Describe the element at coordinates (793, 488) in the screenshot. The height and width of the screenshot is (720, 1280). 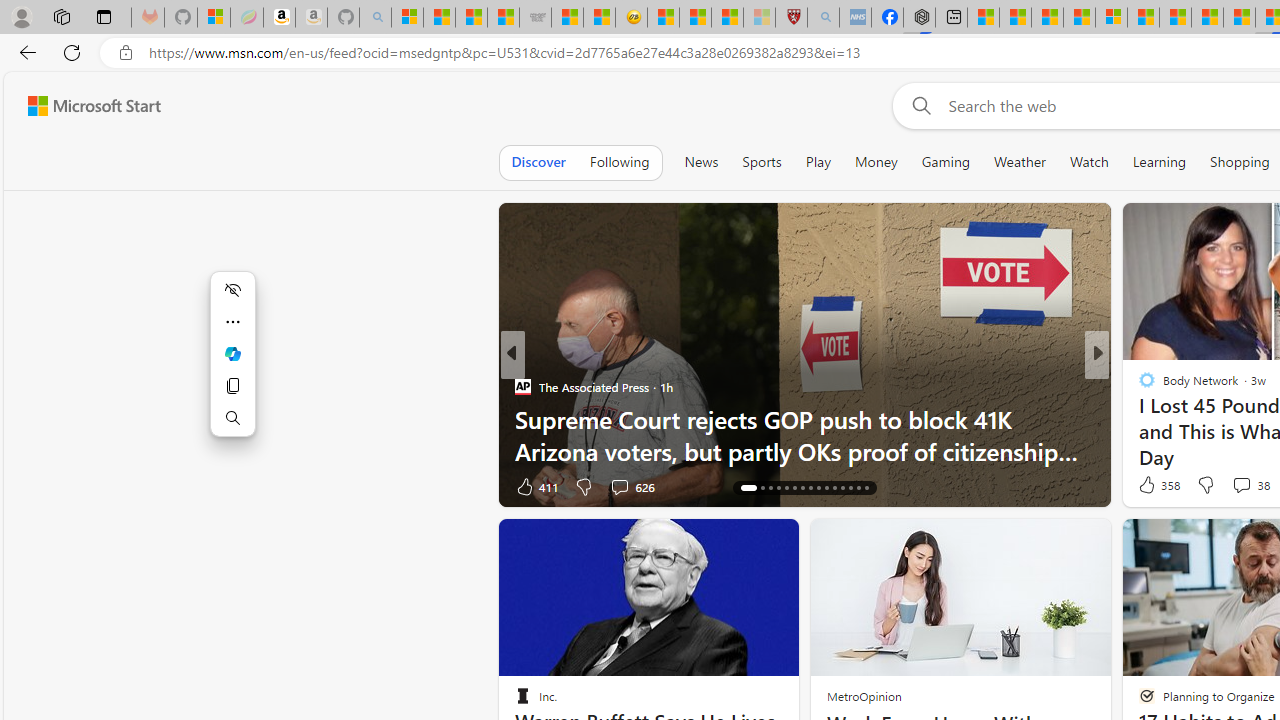
I see `'AutomationID: tab-21'` at that location.